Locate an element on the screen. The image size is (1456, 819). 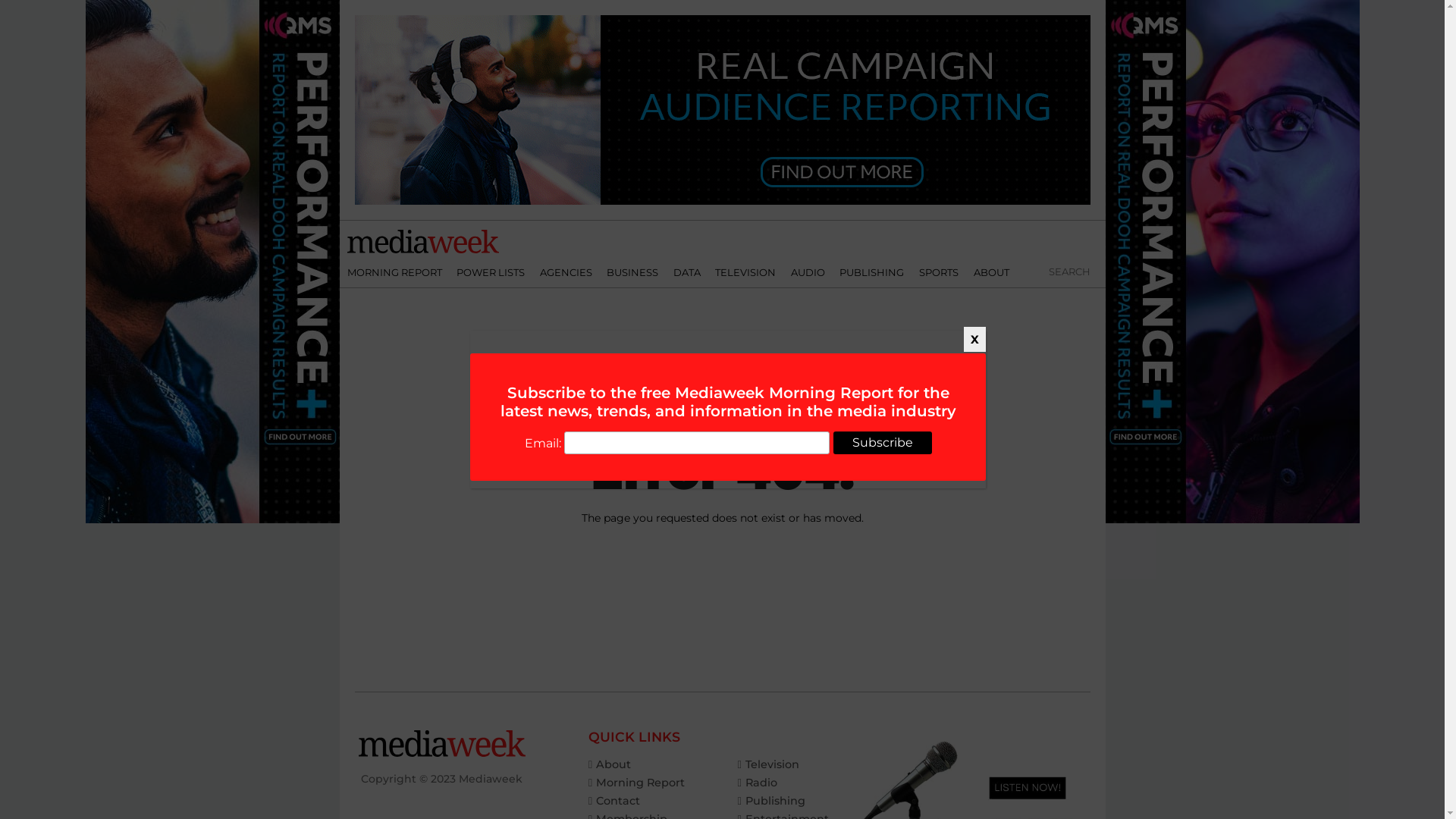
'3rd party ad content' is located at coordinates (722, 109).